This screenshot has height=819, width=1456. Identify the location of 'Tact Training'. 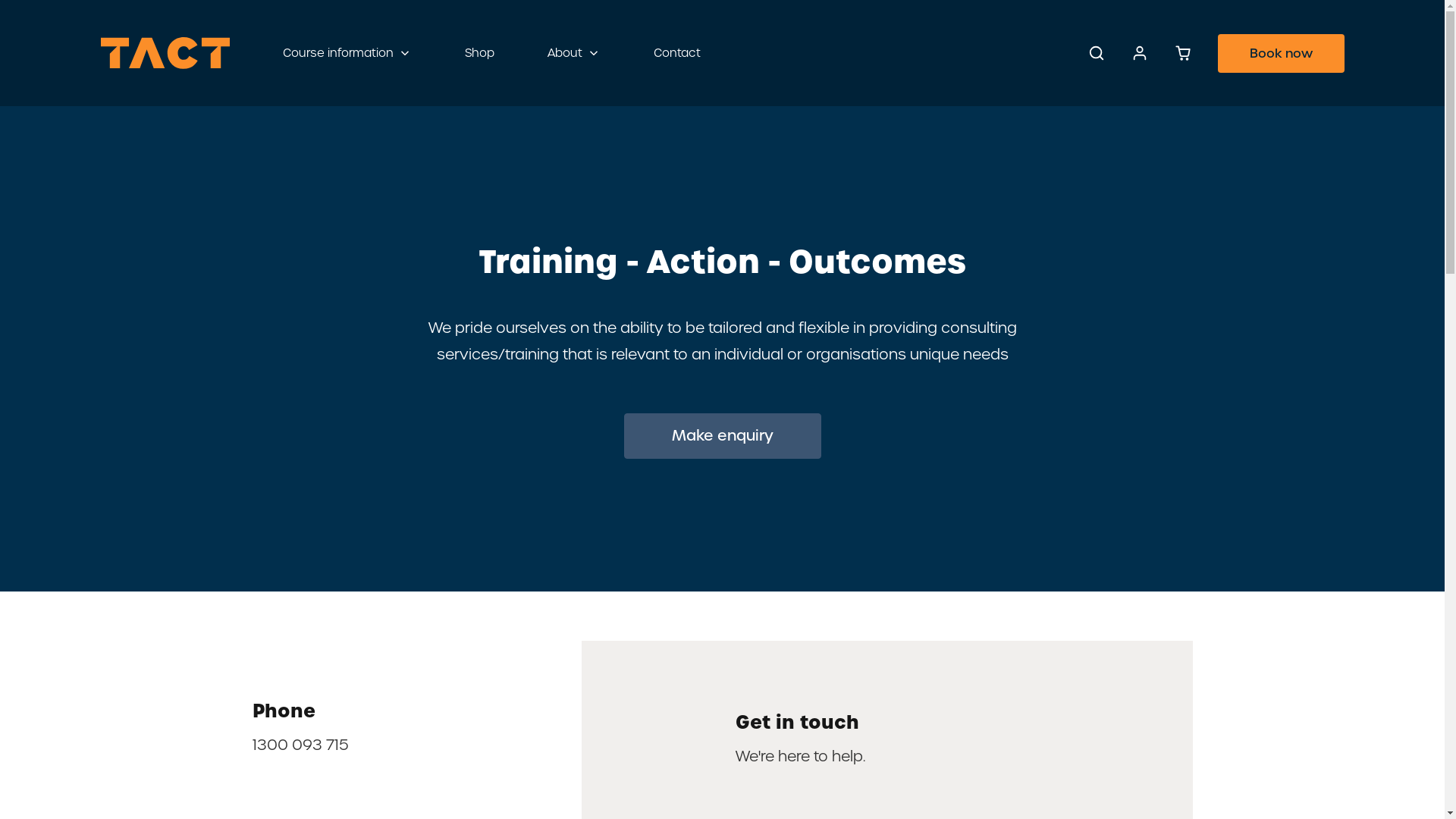
(164, 52).